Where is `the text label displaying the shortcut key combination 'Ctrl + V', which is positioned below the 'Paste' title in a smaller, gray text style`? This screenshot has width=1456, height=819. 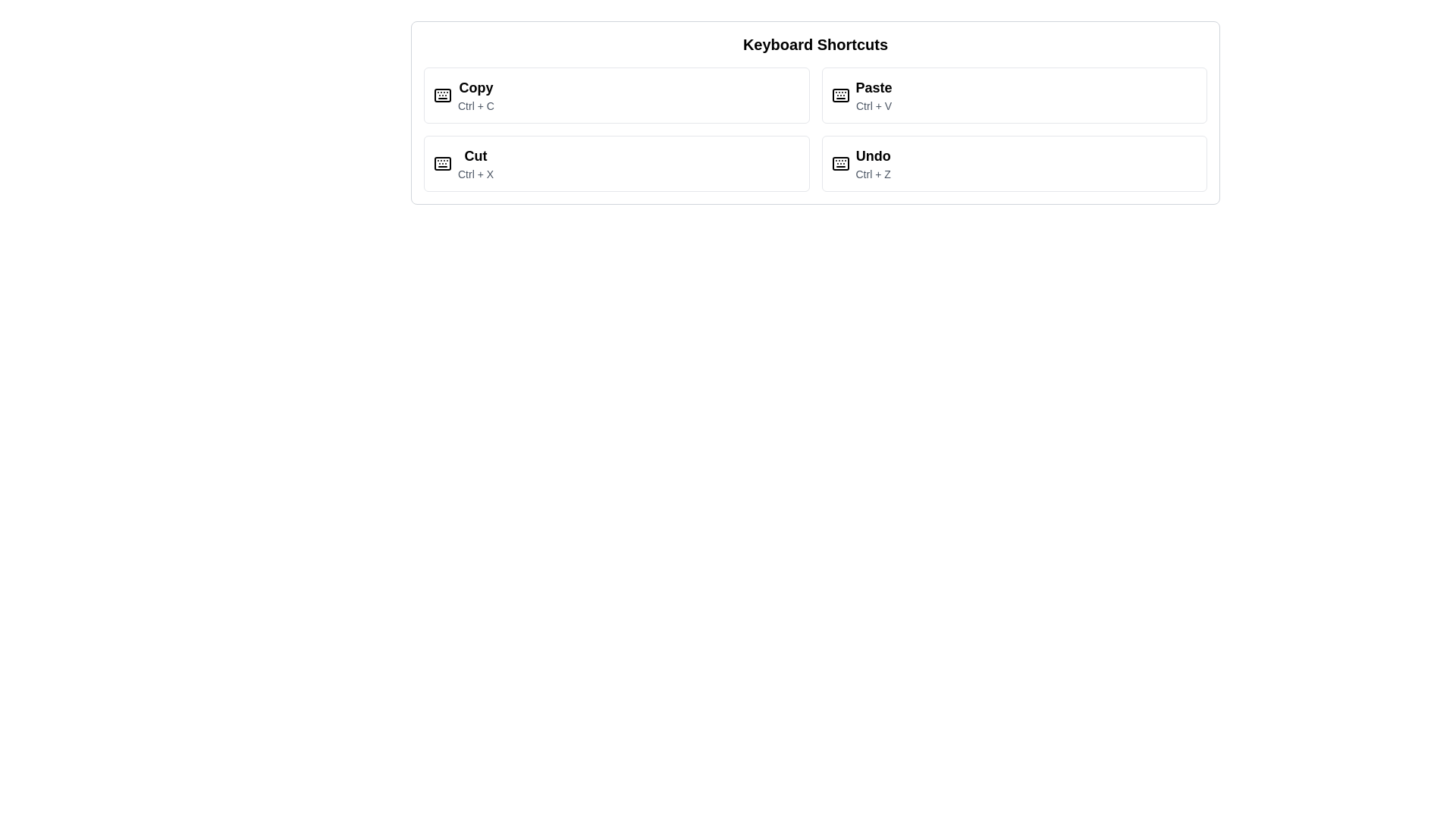 the text label displaying the shortcut key combination 'Ctrl + V', which is positioned below the 'Paste' title in a smaller, gray text style is located at coordinates (874, 105).